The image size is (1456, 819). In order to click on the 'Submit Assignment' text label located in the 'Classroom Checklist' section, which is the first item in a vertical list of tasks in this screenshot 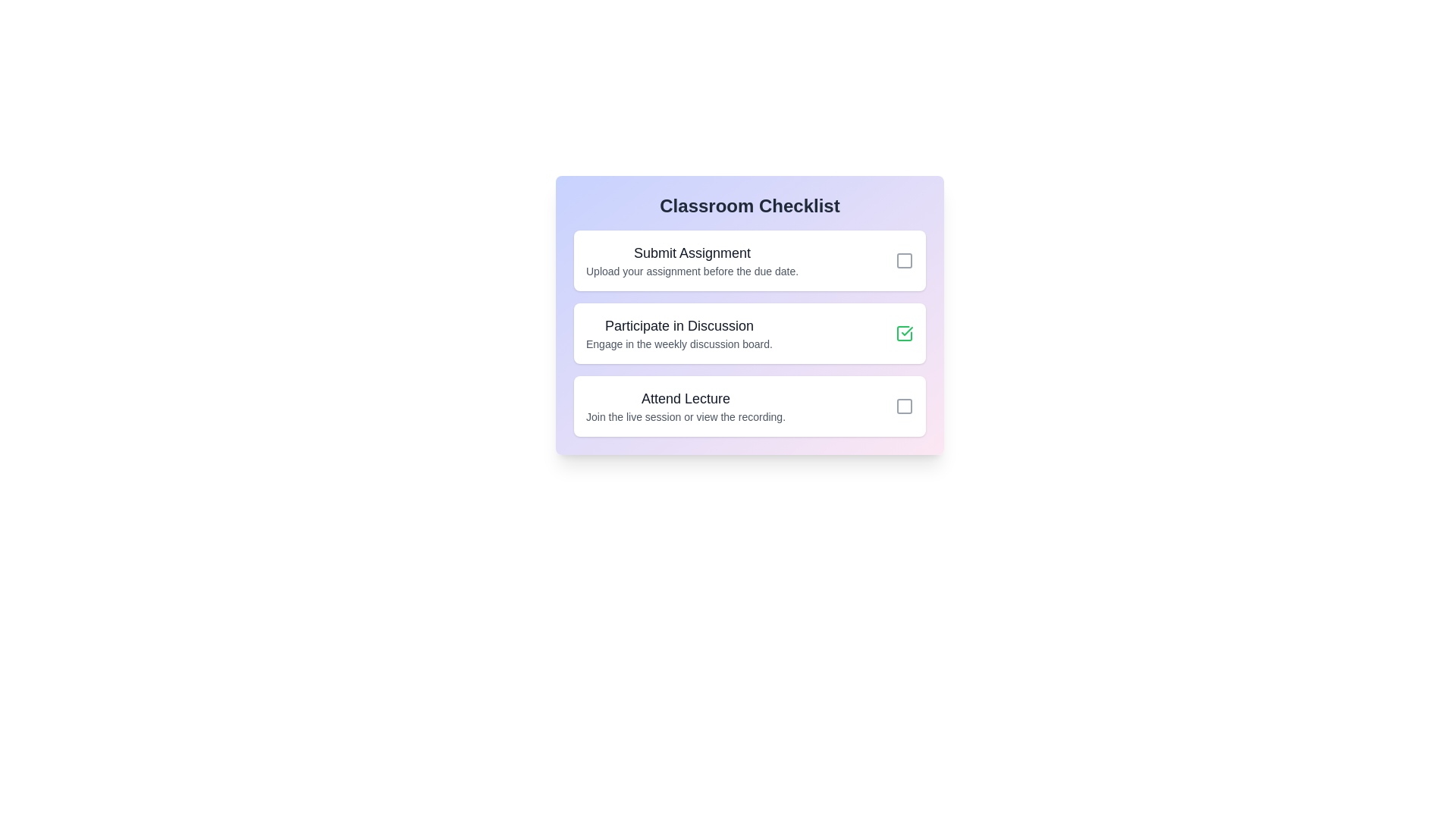, I will do `click(692, 253)`.